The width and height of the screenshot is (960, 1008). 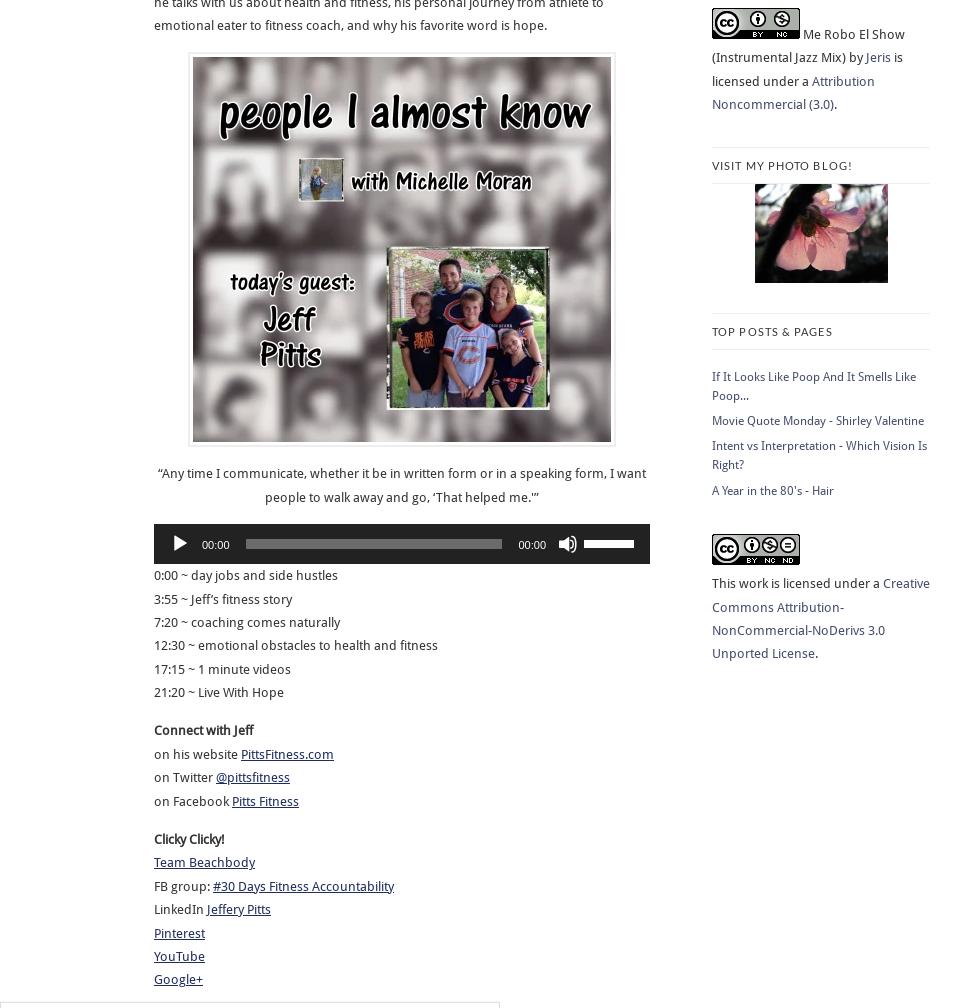 What do you see at coordinates (286, 753) in the screenshot?
I see `'PittsFitness.com'` at bounding box center [286, 753].